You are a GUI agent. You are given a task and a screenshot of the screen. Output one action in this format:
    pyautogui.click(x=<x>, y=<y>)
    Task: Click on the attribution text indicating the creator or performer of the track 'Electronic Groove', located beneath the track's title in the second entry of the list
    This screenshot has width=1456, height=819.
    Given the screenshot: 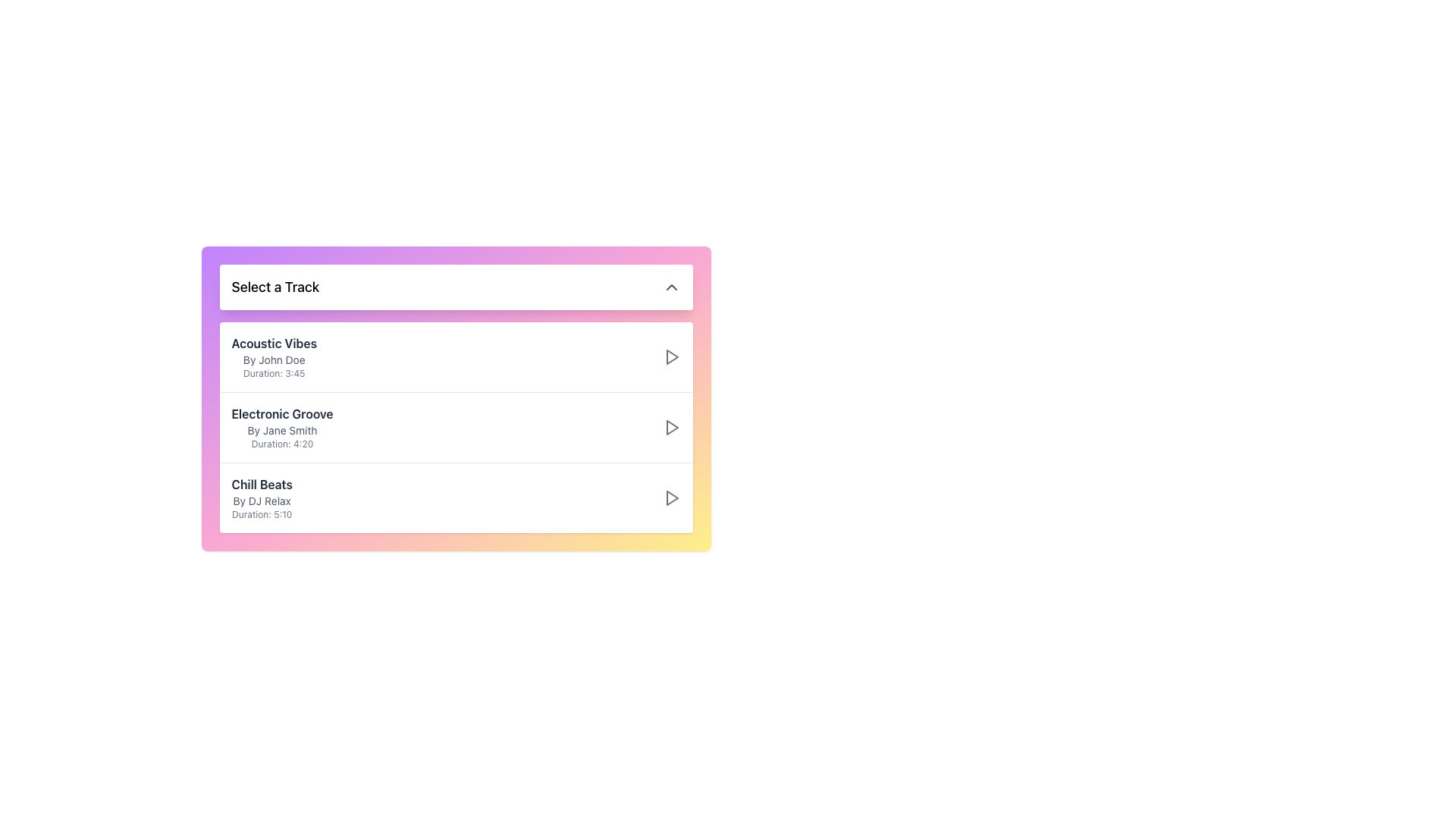 What is the action you would take?
    pyautogui.click(x=282, y=430)
    